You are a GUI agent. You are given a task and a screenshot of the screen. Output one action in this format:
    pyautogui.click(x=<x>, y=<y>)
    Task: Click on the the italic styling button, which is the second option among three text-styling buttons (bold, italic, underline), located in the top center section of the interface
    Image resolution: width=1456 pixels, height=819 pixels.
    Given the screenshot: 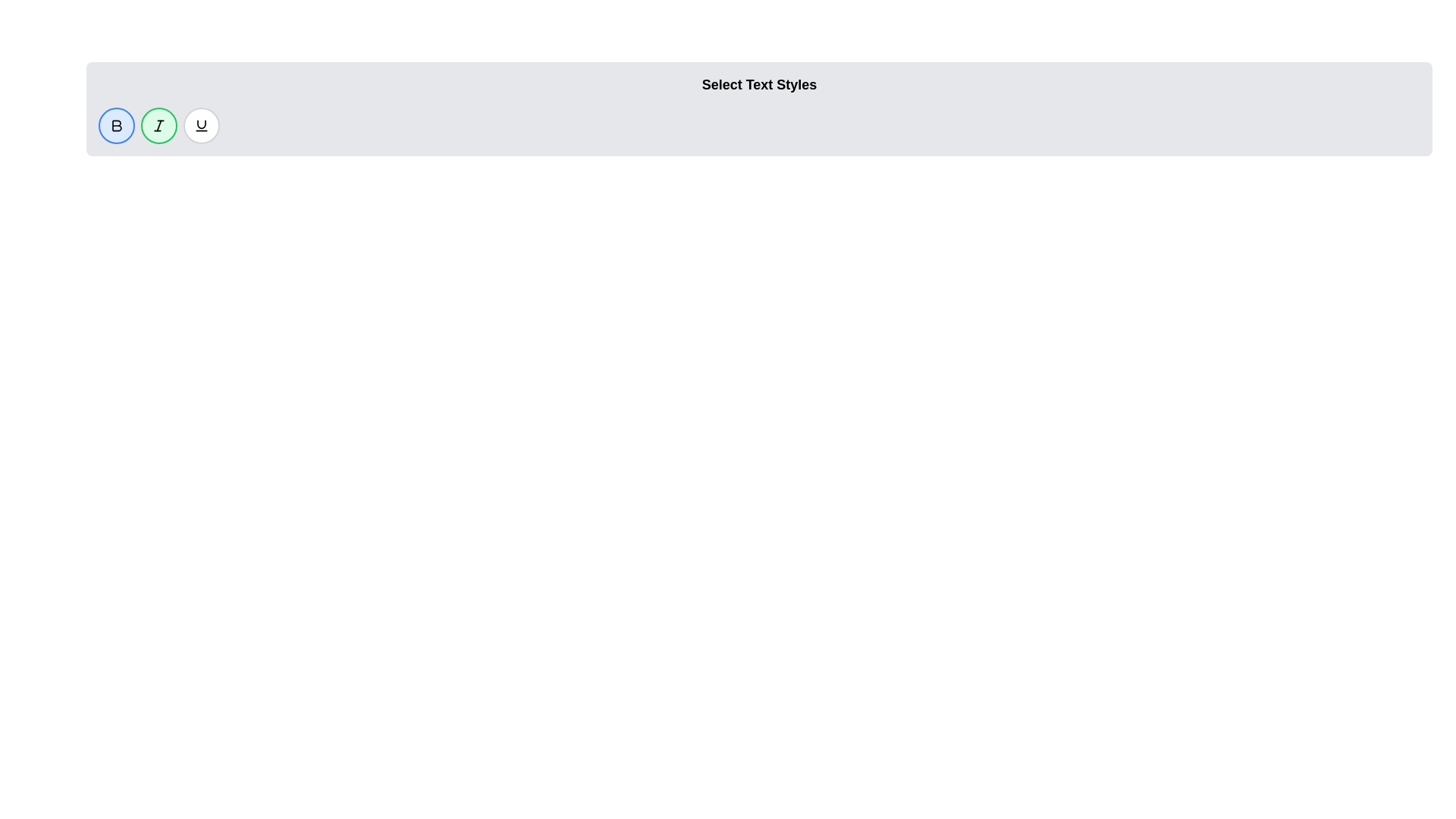 What is the action you would take?
    pyautogui.click(x=159, y=124)
    